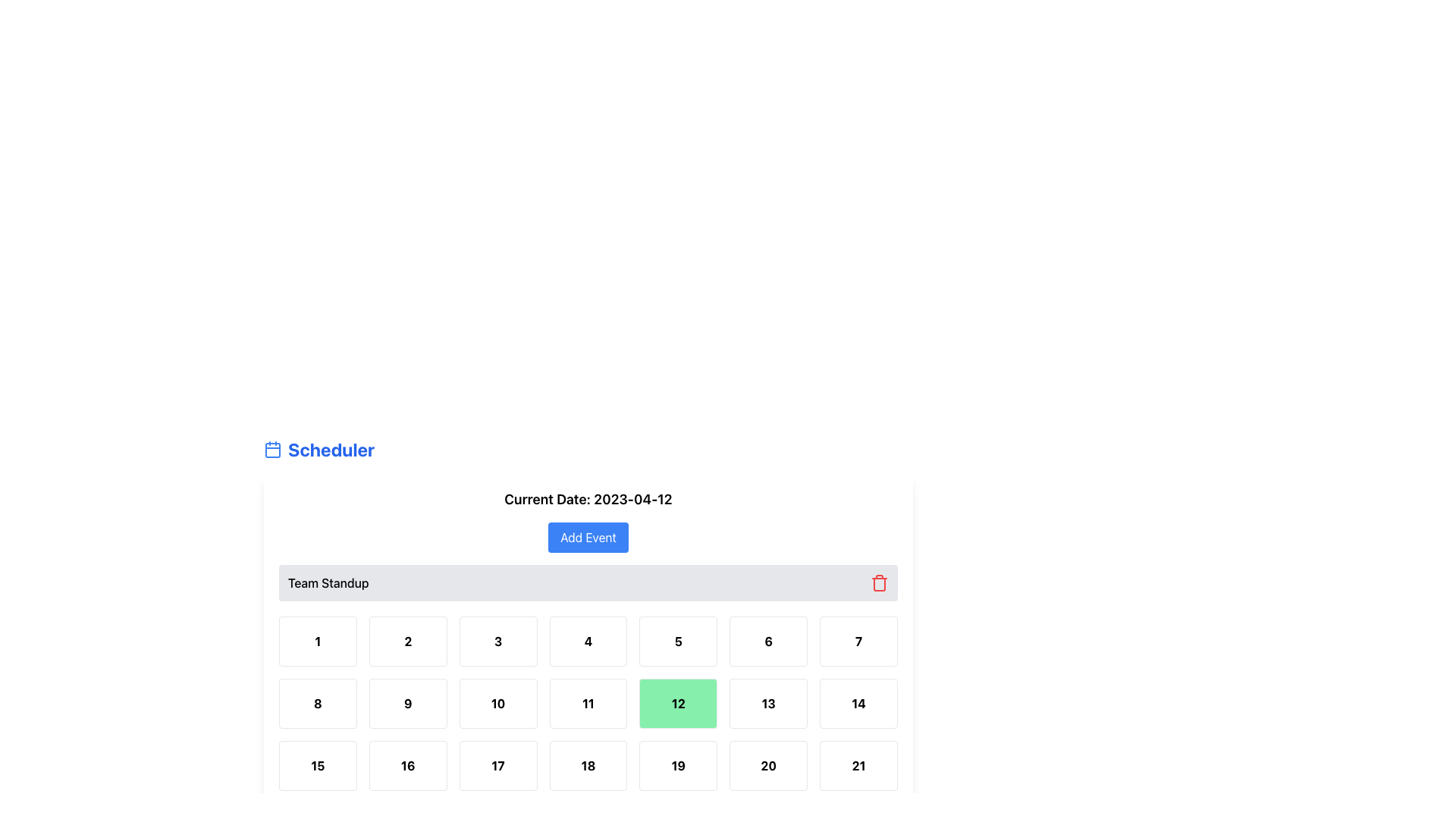 This screenshot has height=819, width=1456. Describe the element at coordinates (677, 766) in the screenshot. I see `the grid cell element containing the number '19'` at that location.